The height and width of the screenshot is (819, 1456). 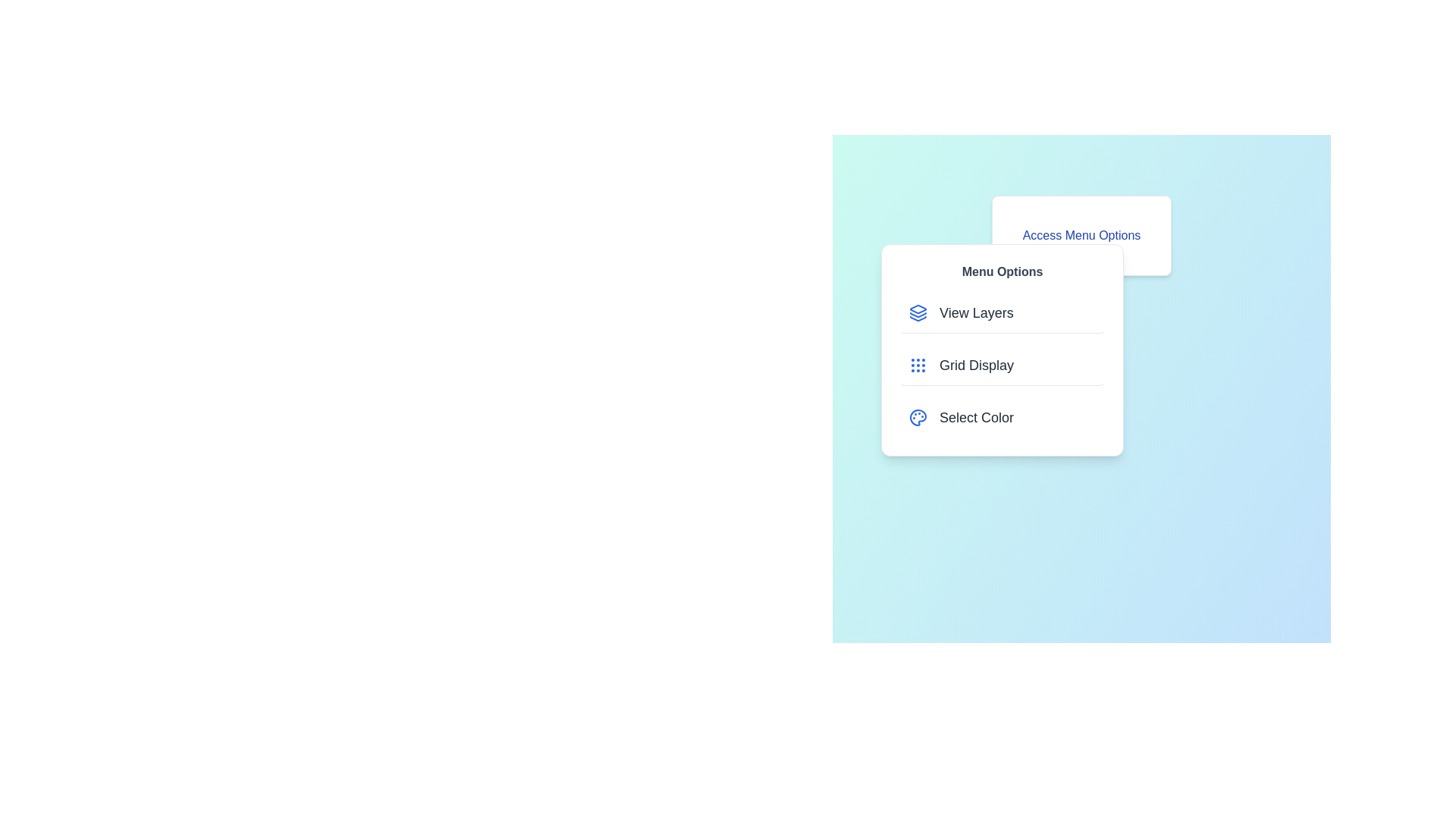 I want to click on the 'Select Color' menu item, so click(x=1002, y=418).